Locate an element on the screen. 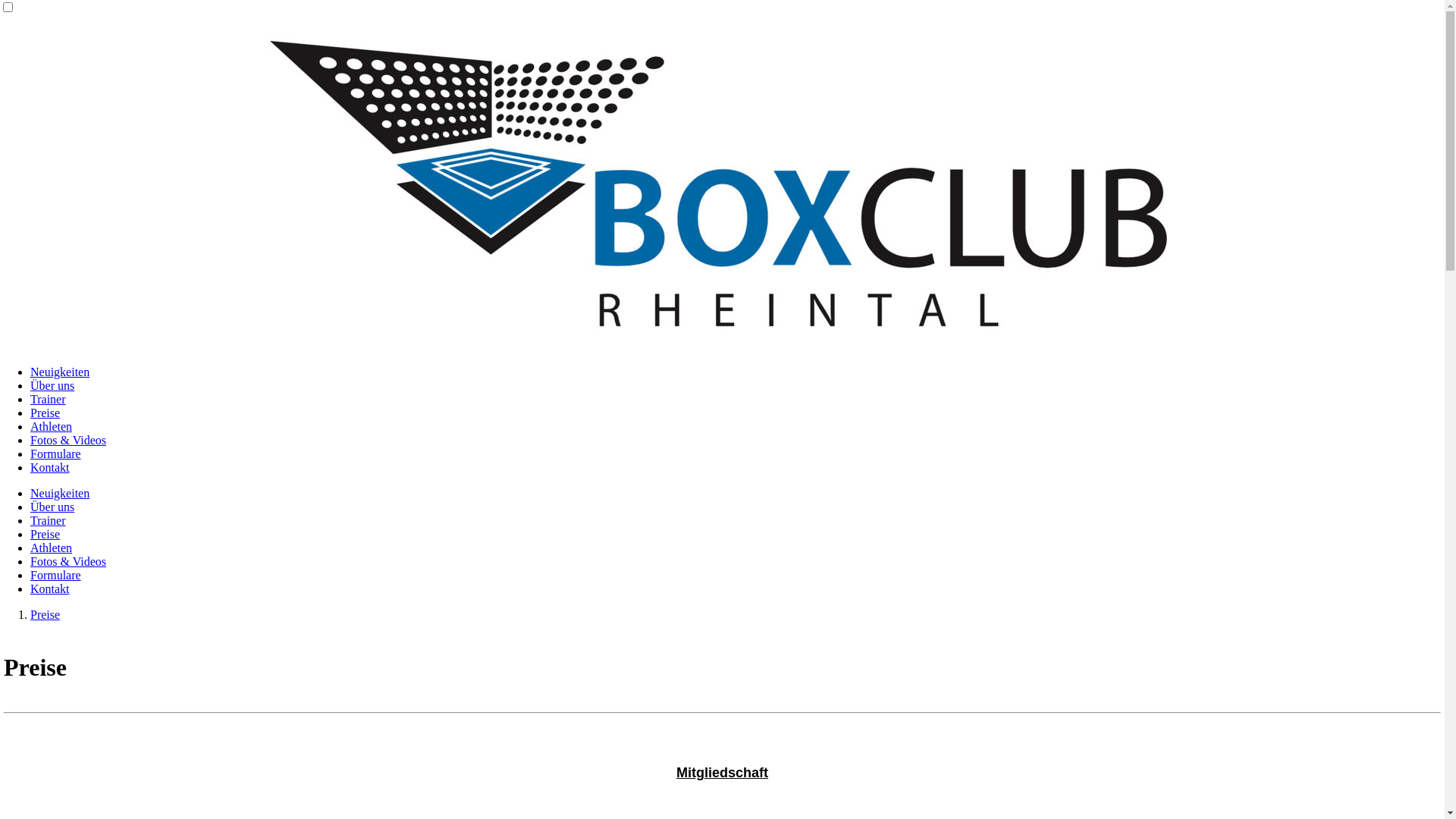 Image resolution: width=1456 pixels, height=819 pixels. 'Neuigkeiten' is located at coordinates (59, 372).